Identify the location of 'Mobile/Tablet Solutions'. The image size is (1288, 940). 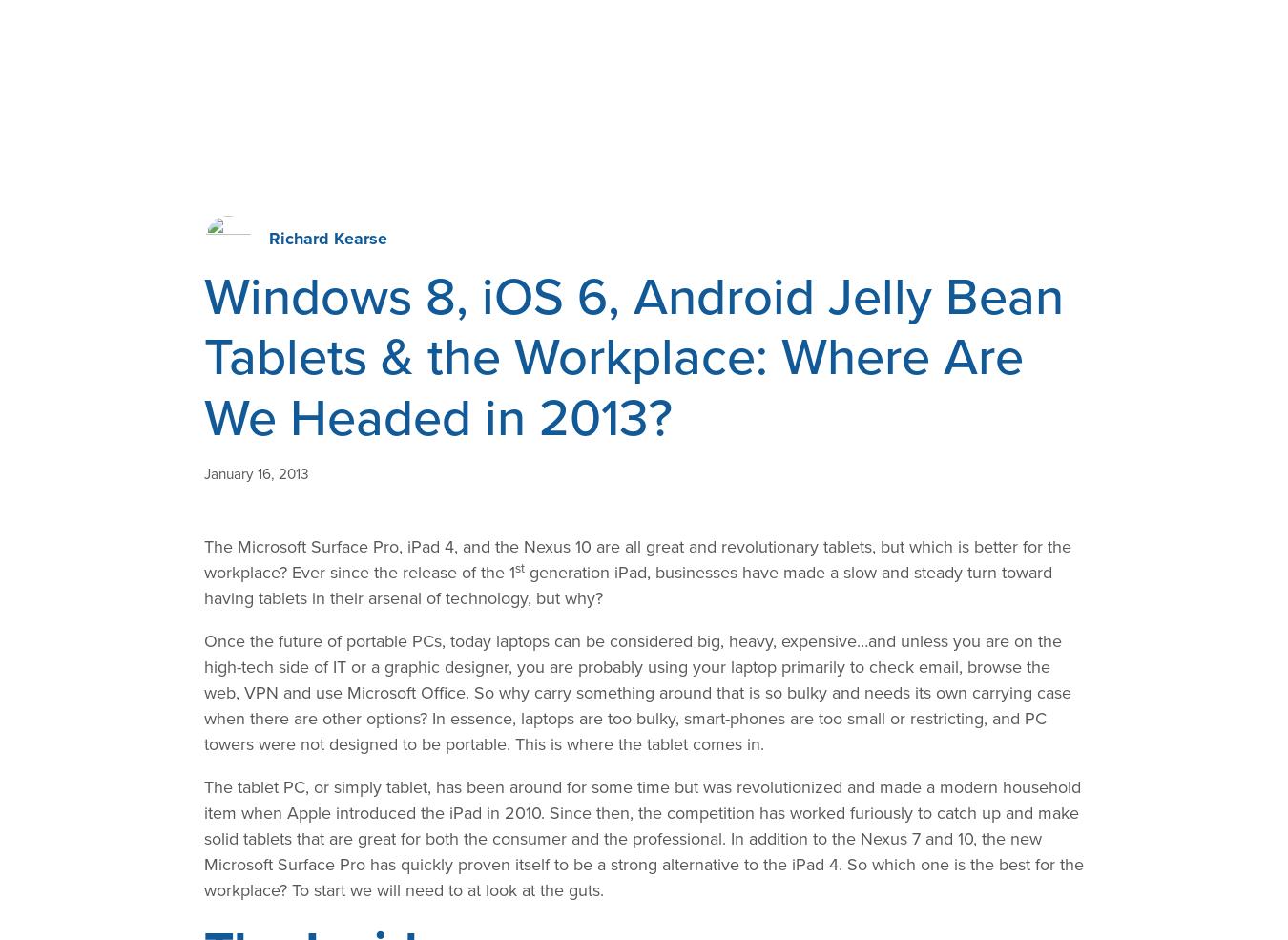
(356, 435).